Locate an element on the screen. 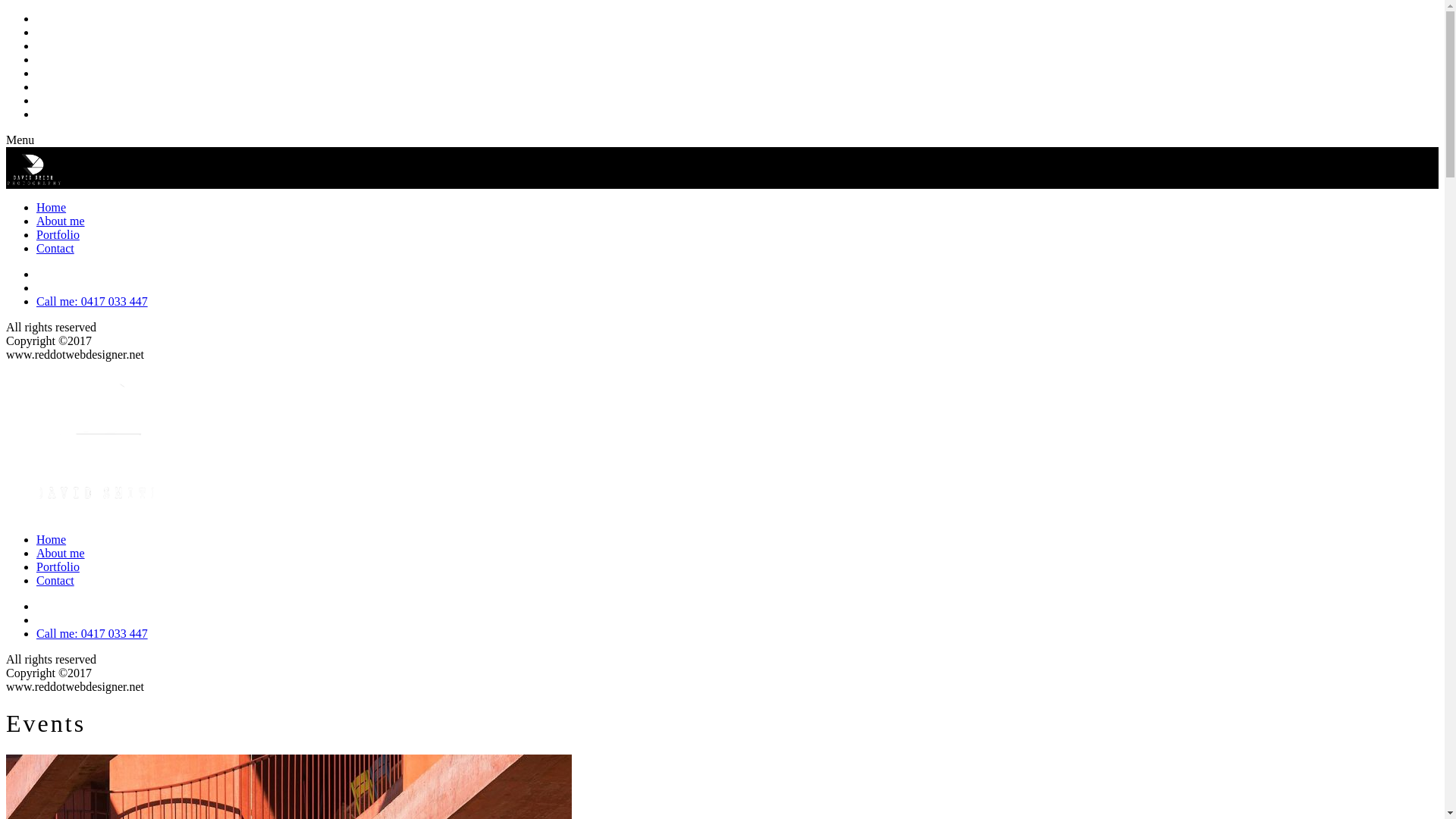  'Portfolio' is located at coordinates (58, 566).